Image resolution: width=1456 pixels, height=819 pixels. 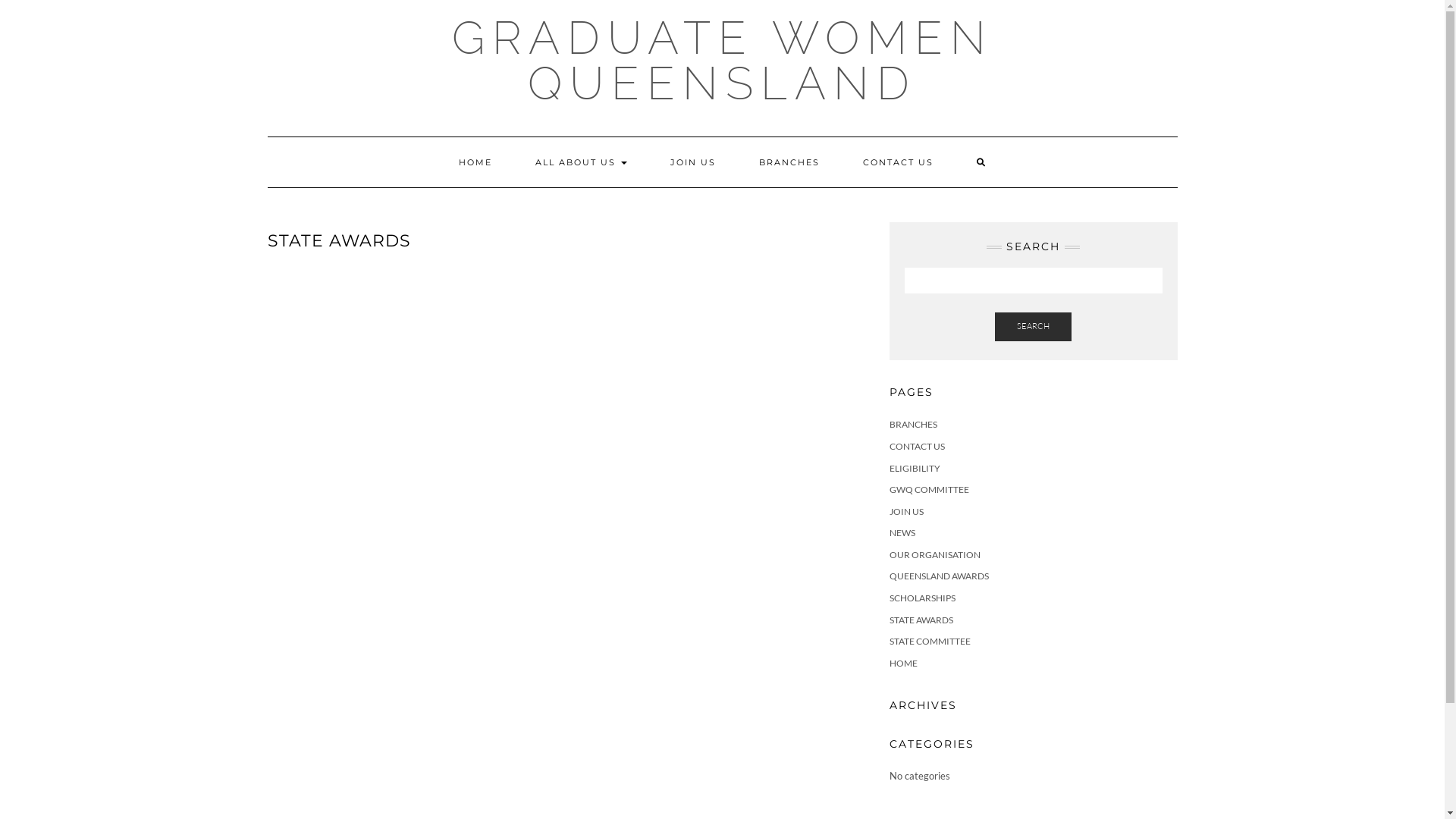 What do you see at coordinates (912, 424) in the screenshot?
I see `'BRANCHES'` at bounding box center [912, 424].